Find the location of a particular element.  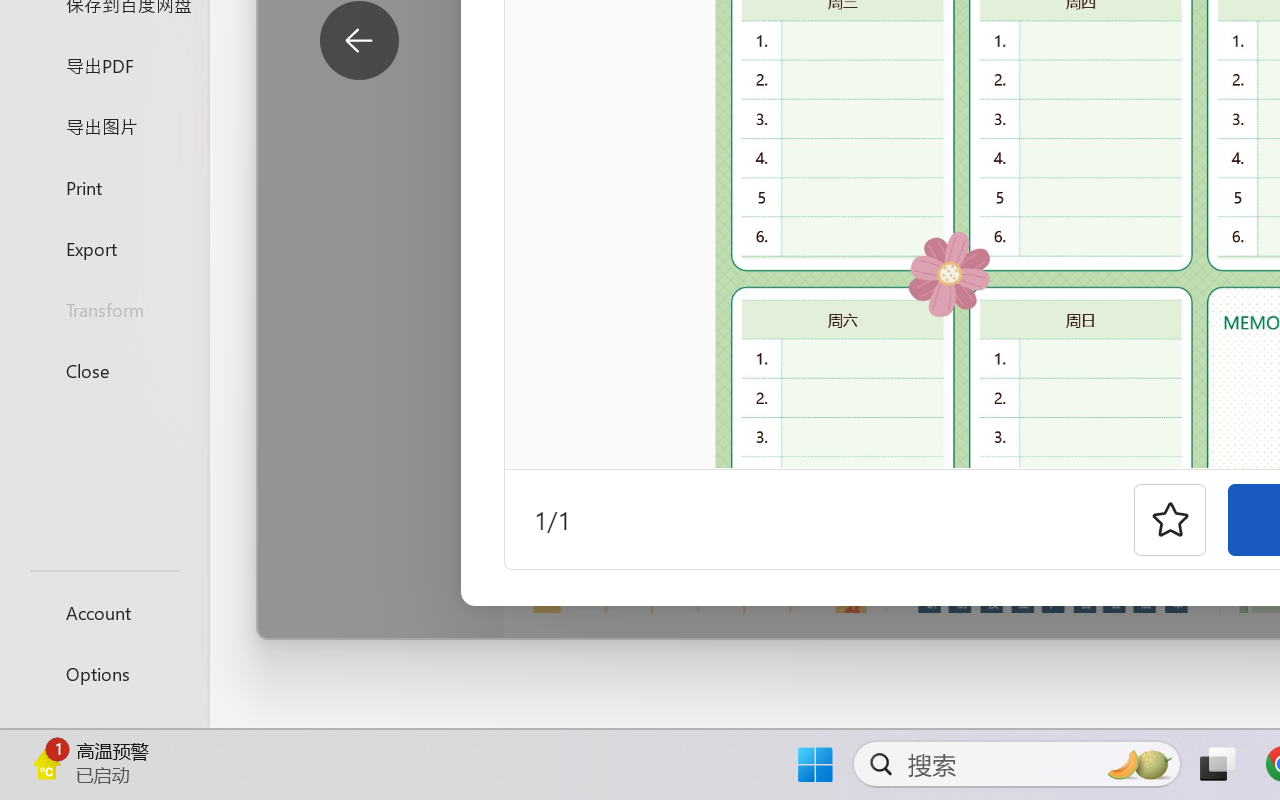

'Account' is located at coordinates (103, 612).